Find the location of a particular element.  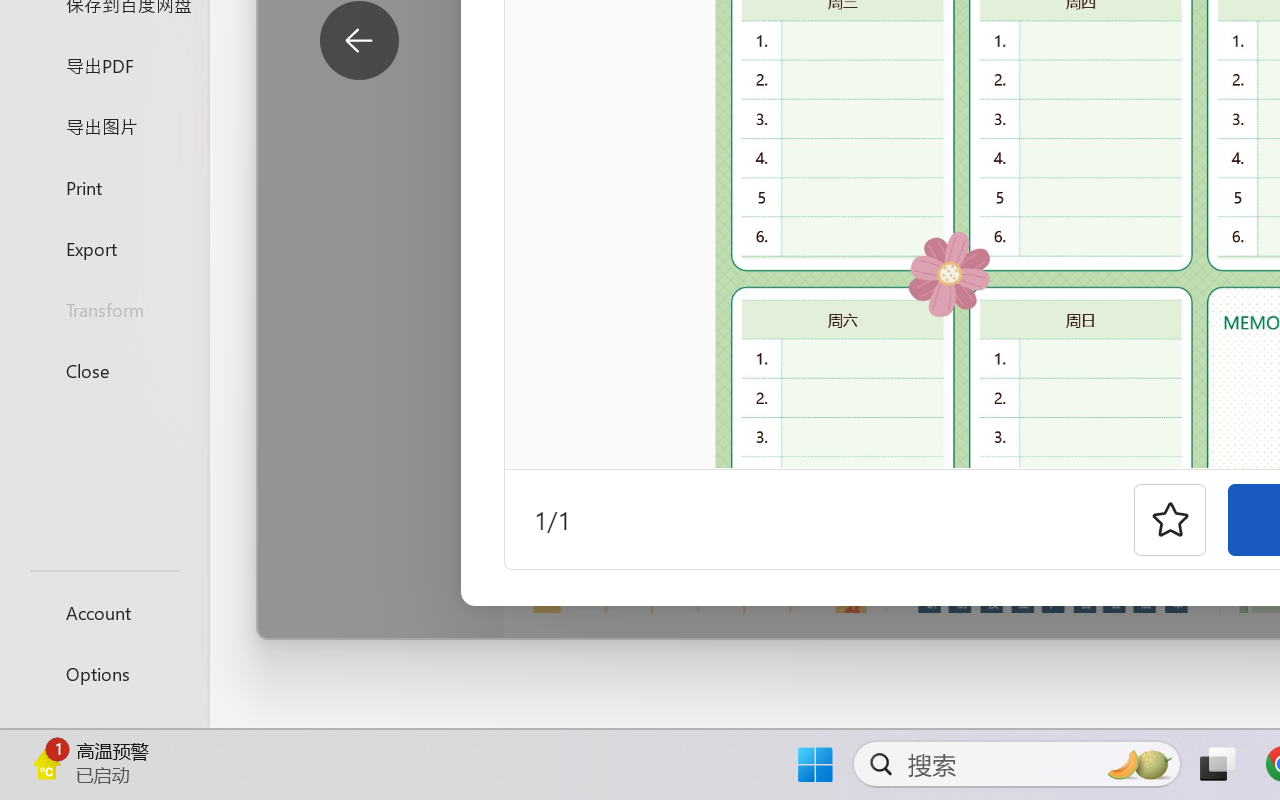

'Account' is located at coordinates (103, 612).